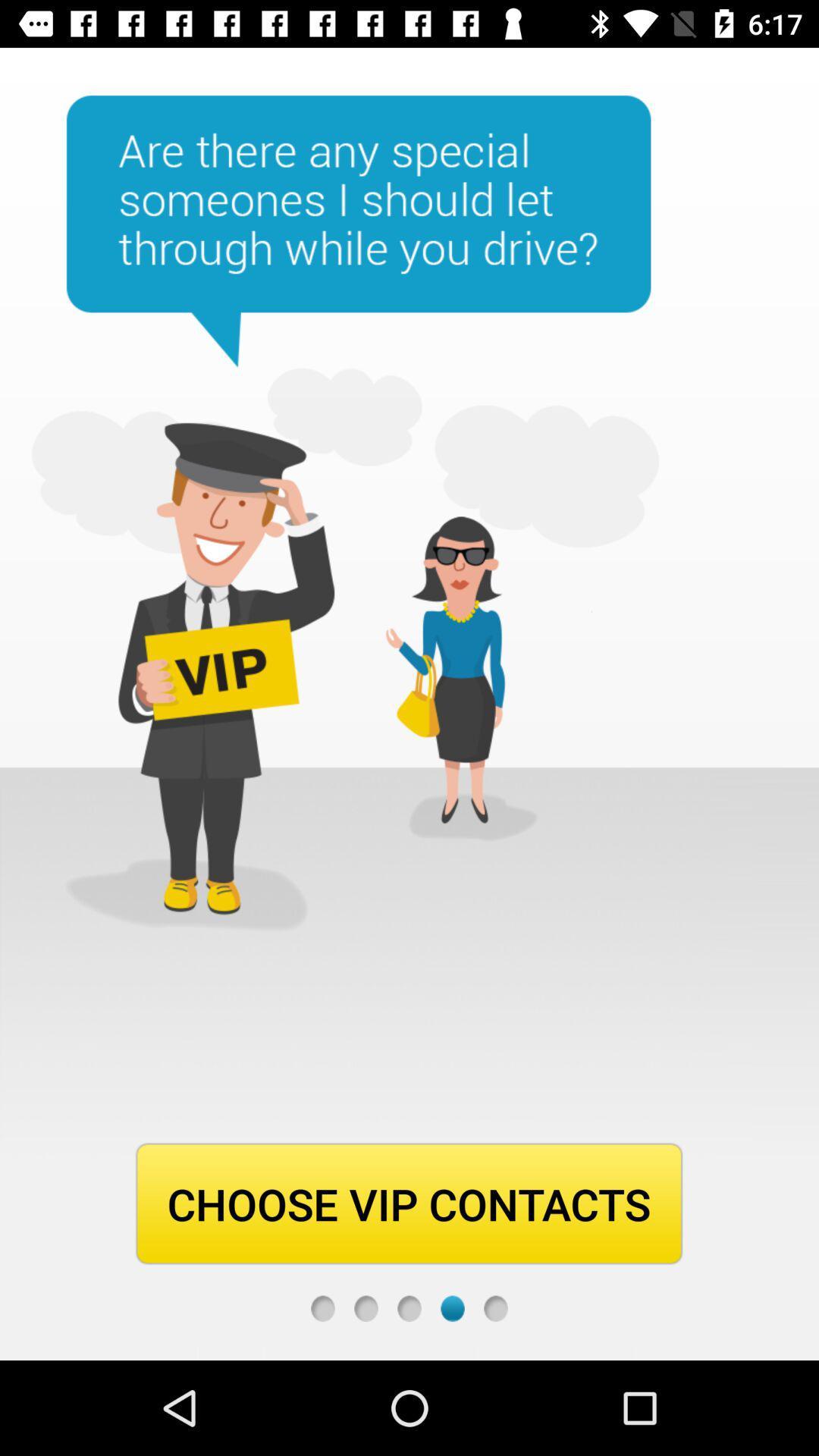 The image size is (819, 1456). Describe the element at coordinates (409, 1307) in the screenshot. I see `return to previous image` at that location.